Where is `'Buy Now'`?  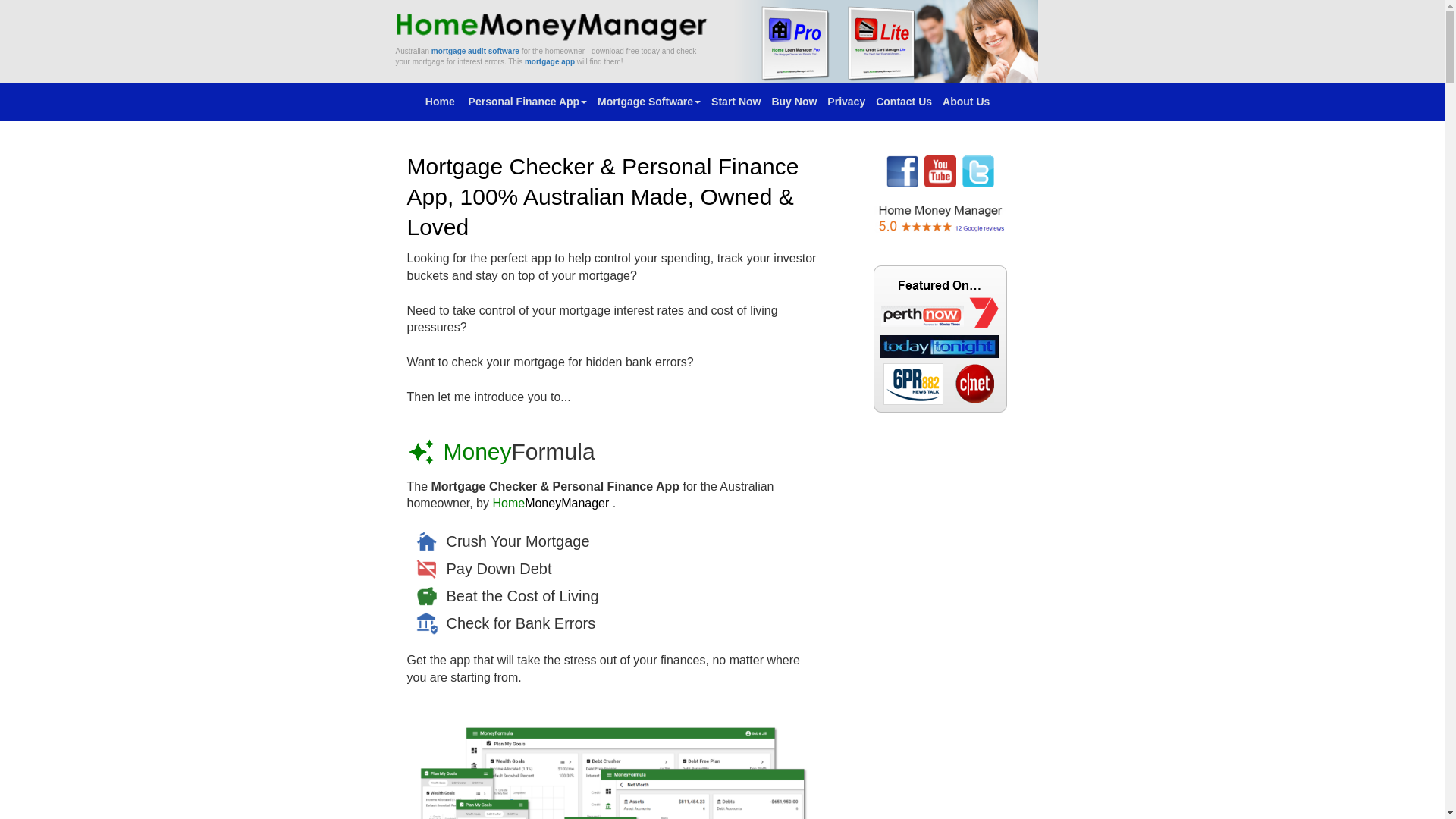
'Buy Now' is located at coordinates (792, 102).